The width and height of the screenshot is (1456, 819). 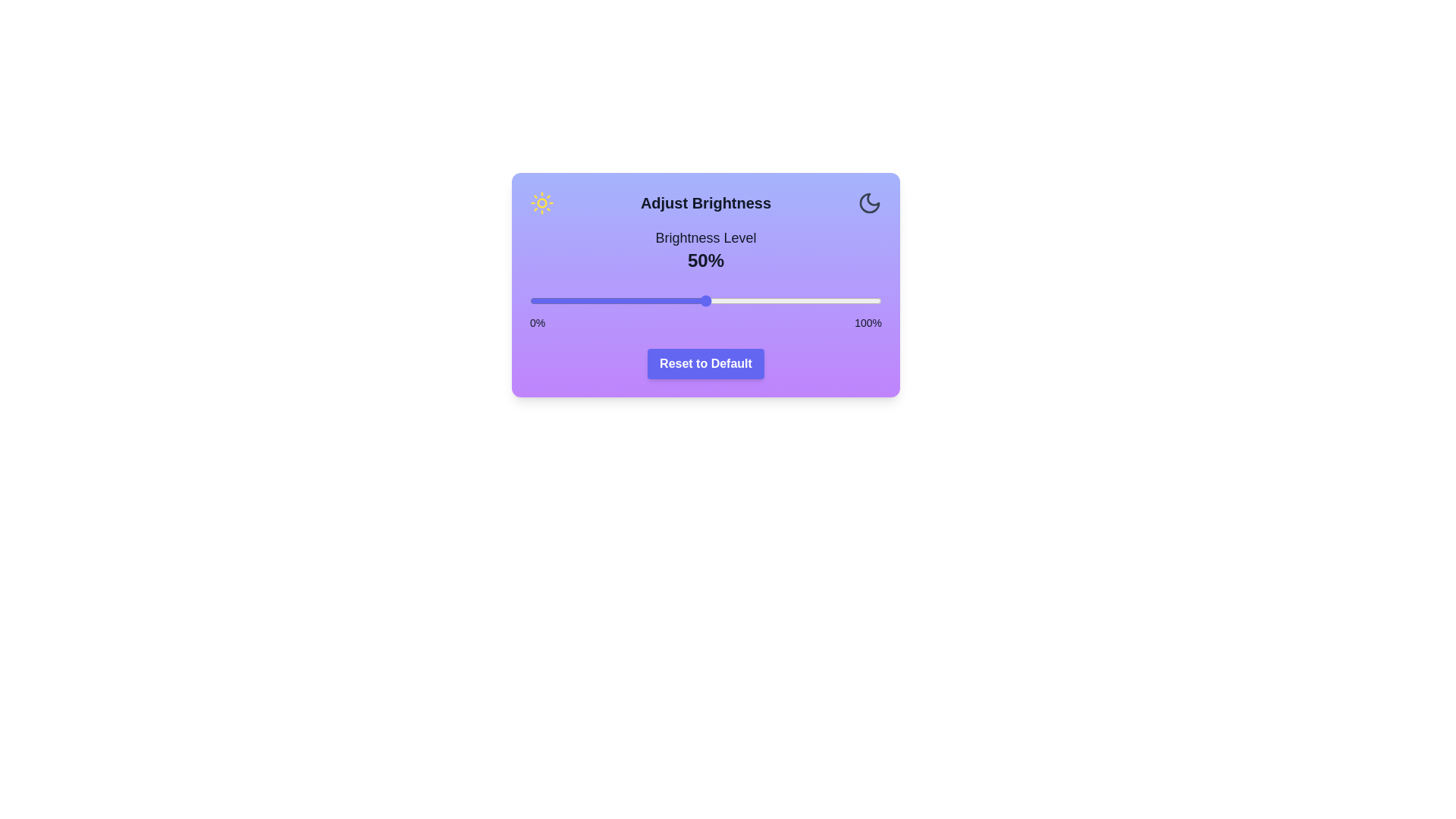 I want to click on the brightness to 94% by moving the slider, so click(x=861, y=301).